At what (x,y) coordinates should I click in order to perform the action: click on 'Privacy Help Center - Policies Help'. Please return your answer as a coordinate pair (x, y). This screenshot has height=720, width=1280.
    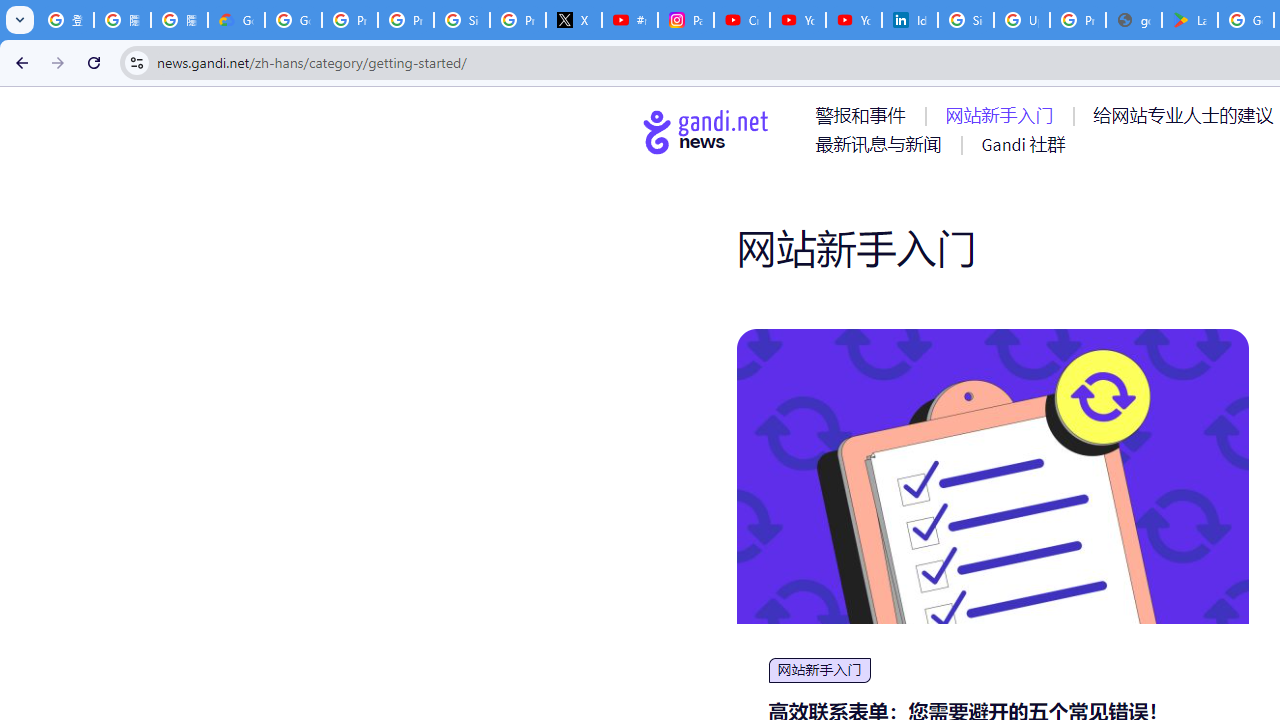
    Looking at the image, I should click on (404, 20).